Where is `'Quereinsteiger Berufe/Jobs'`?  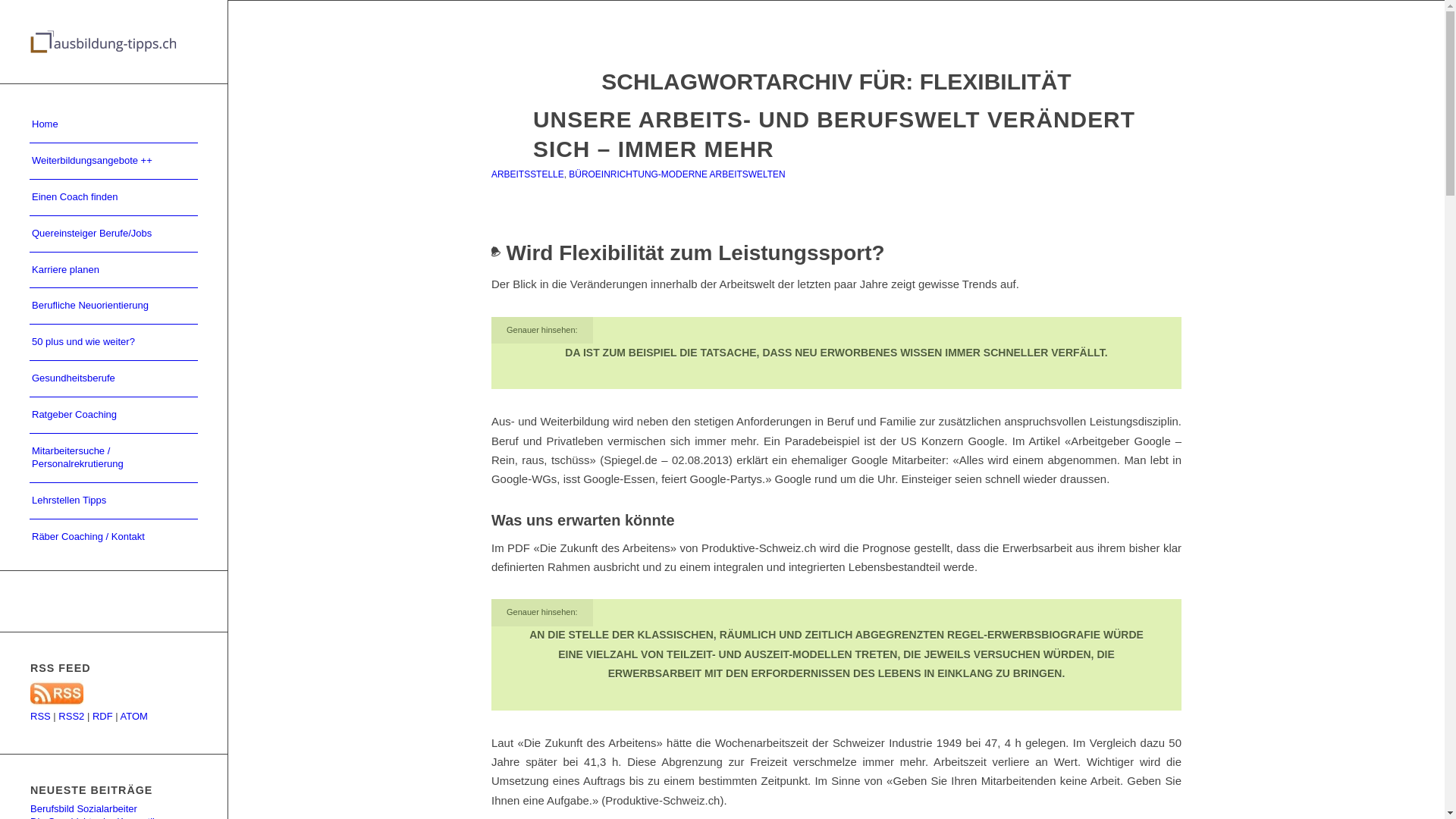 'Quereinsteiger Berufe/Jobs' is located at coordinates (112, 234).